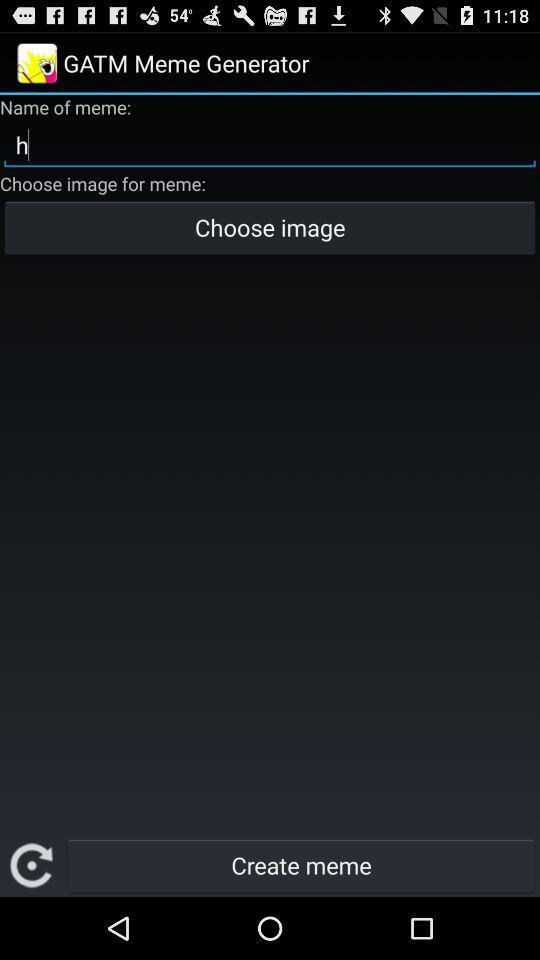 The image size is (540, 960). What do you see at coordinates (30, 926) in the screenshot?
I see `the refresh icon` at bounding box center [30, 926].